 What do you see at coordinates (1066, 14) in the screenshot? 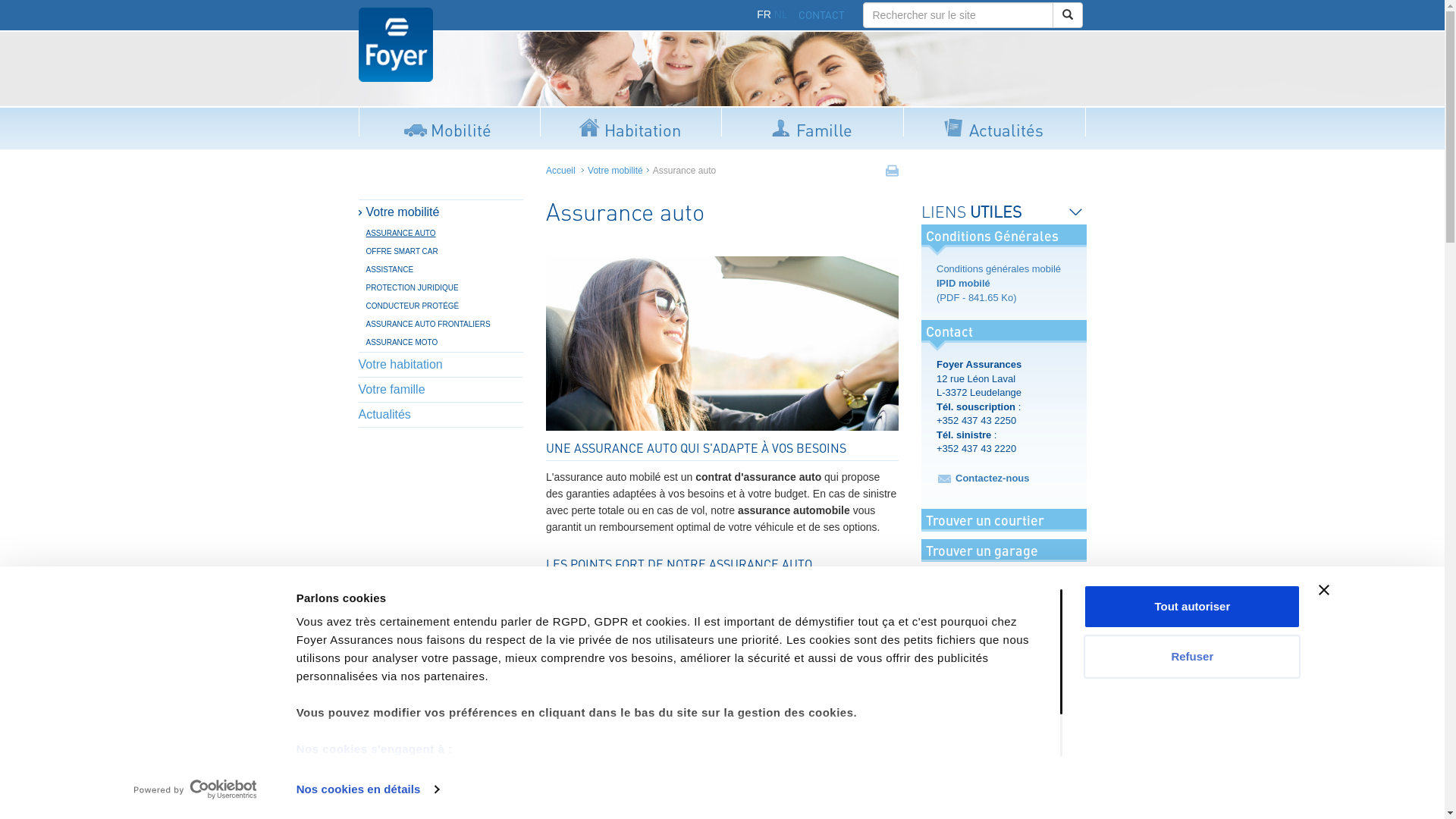
I see `'Rechercher'` at bounding box center [1066, 14].